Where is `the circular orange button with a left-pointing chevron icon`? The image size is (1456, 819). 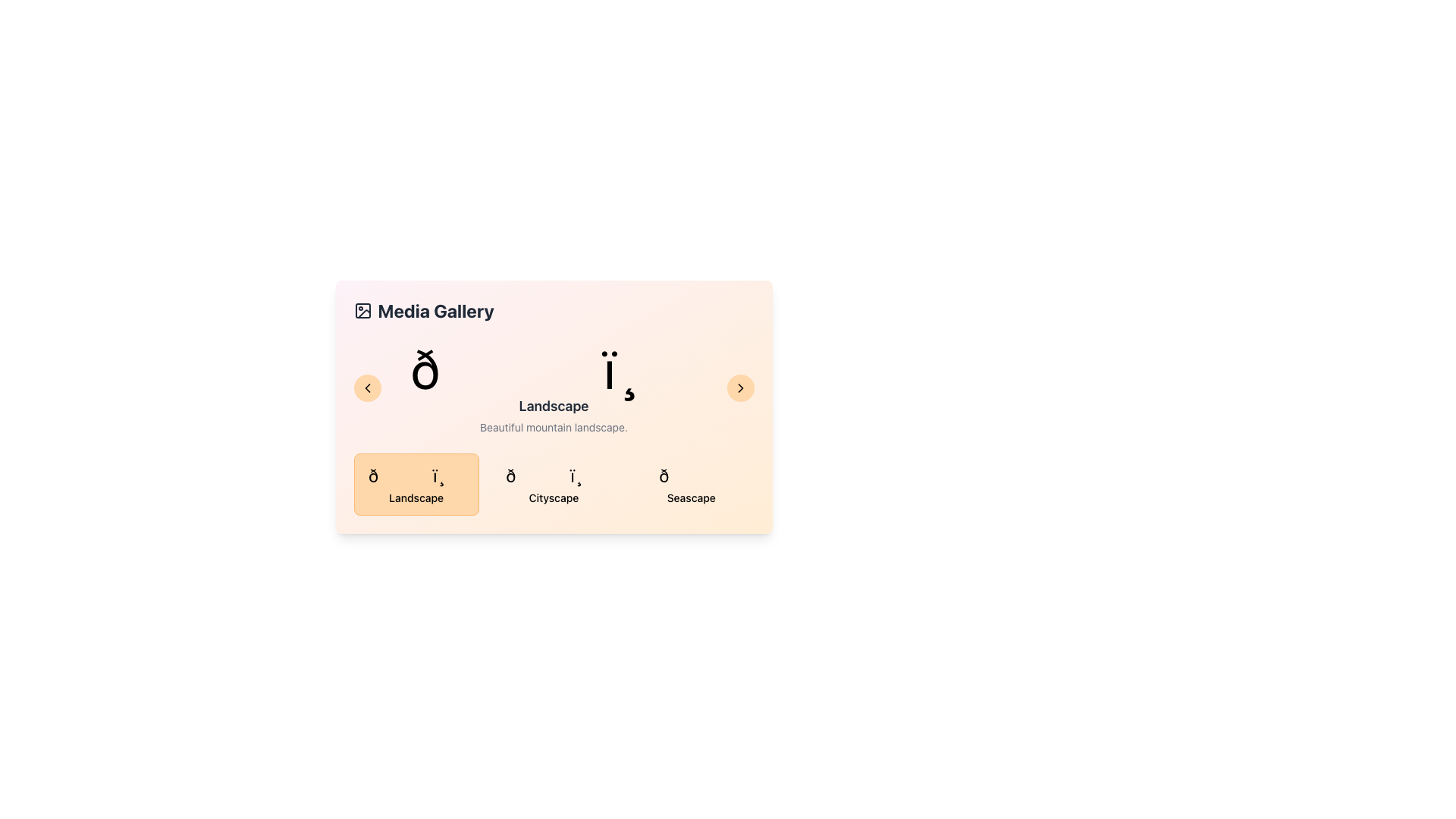 the circular orange button with a left-pointing chevron icon is located at coordinates (367, 388).